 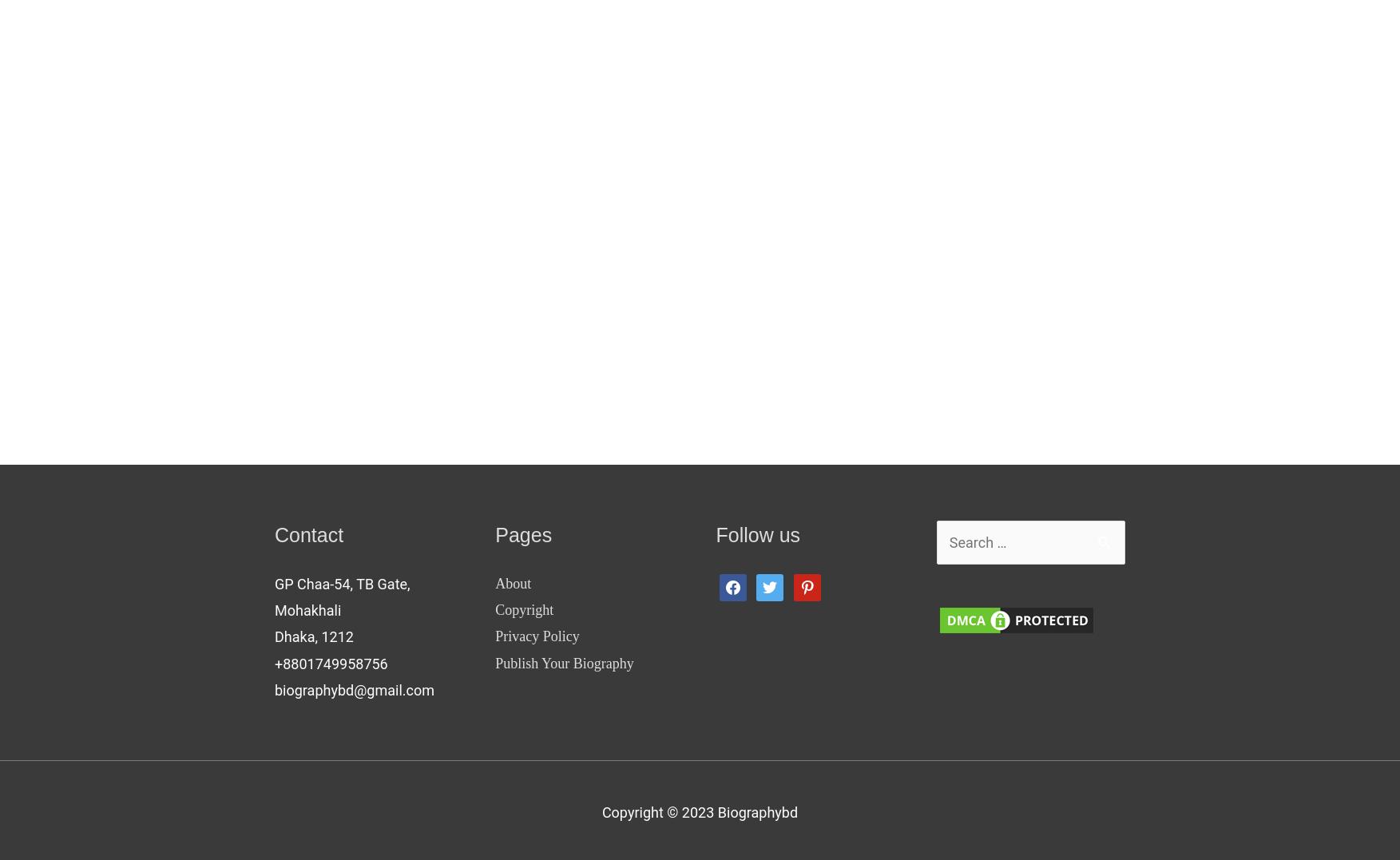 I want to click on 'biographybd@gmail.com', so click(x=354, y=689).